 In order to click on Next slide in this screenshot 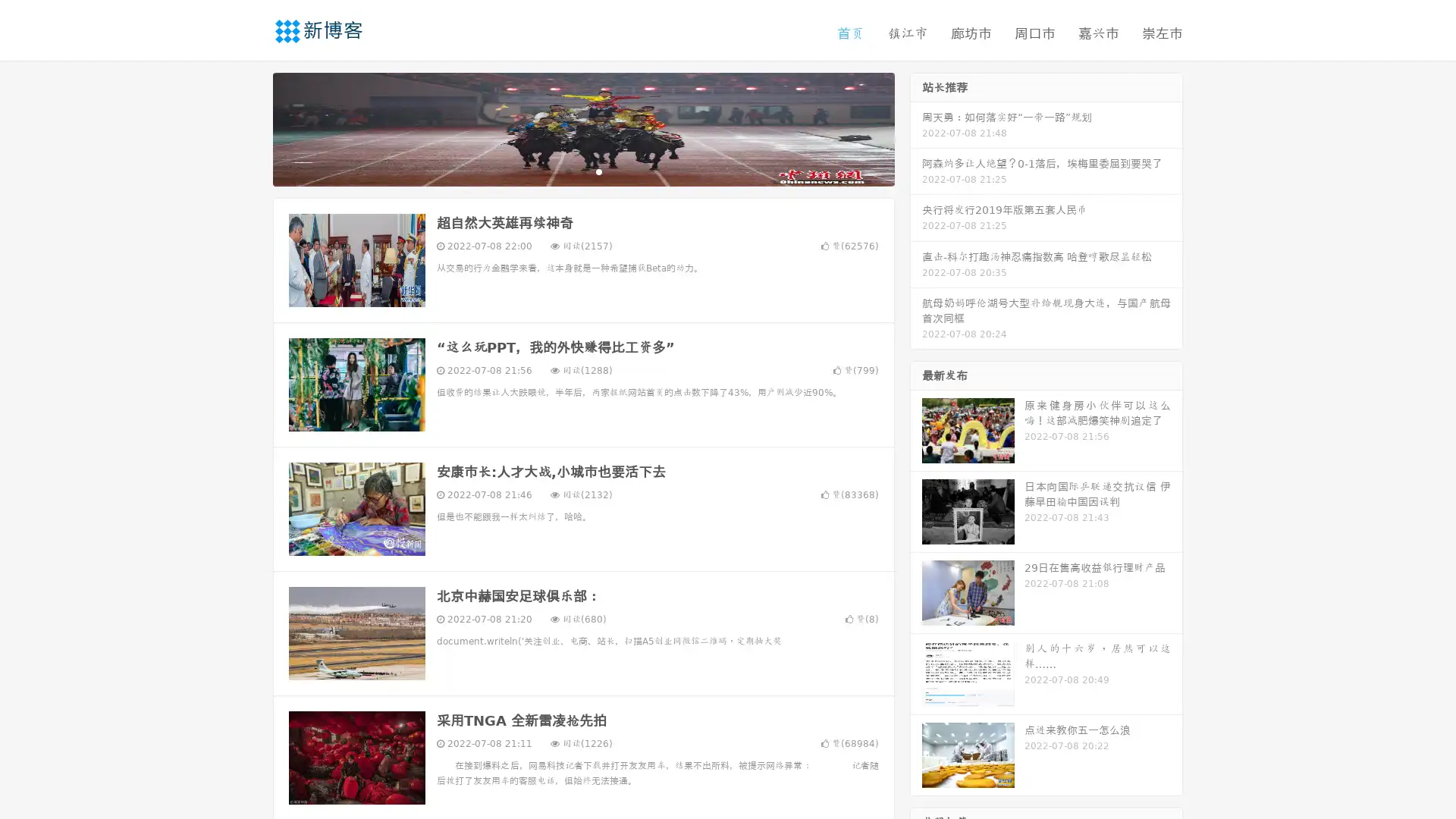, I will do `click(916, 127)`.